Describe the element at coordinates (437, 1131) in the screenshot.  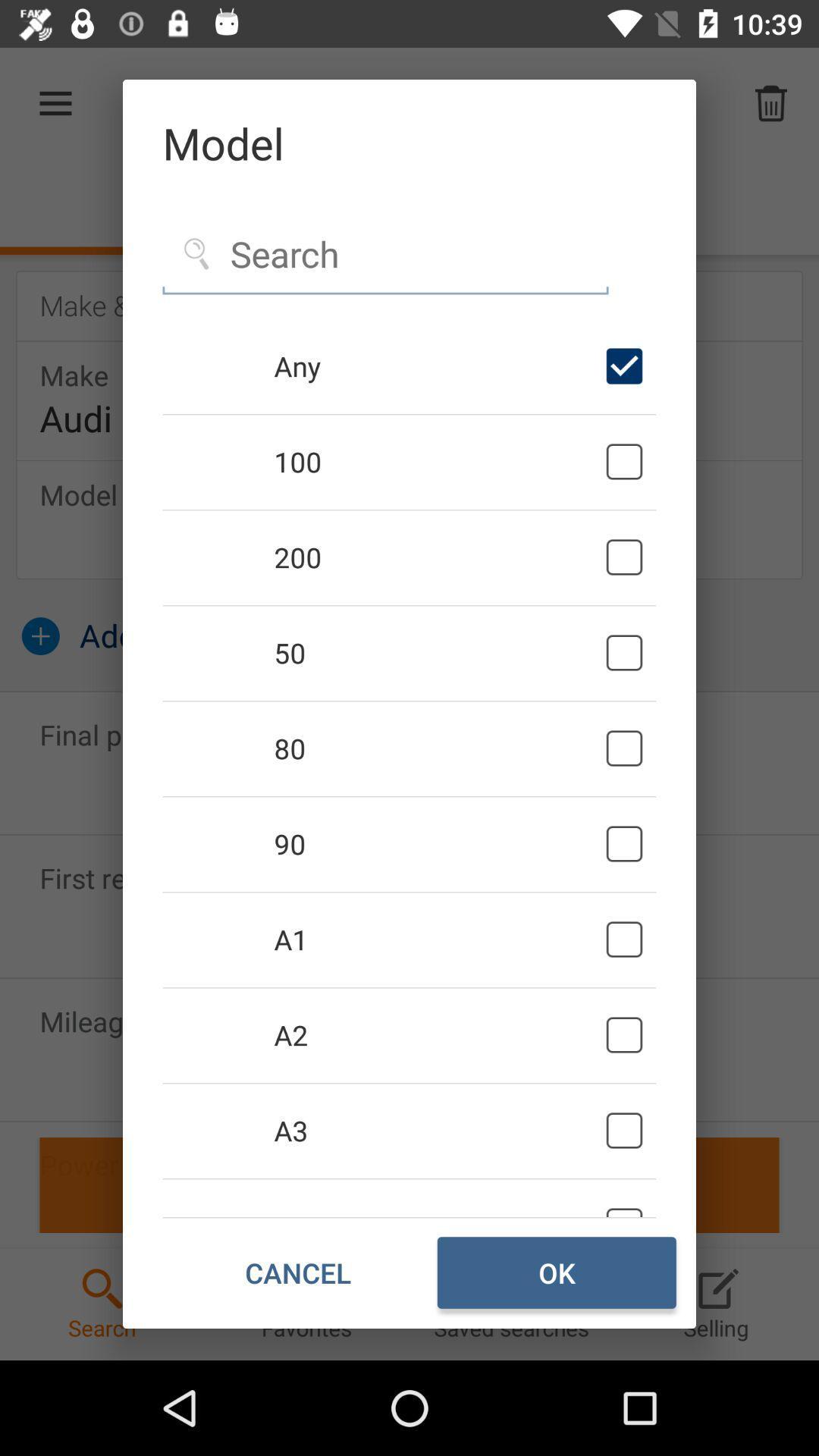
I see `the icon above the a4 item` at that location.